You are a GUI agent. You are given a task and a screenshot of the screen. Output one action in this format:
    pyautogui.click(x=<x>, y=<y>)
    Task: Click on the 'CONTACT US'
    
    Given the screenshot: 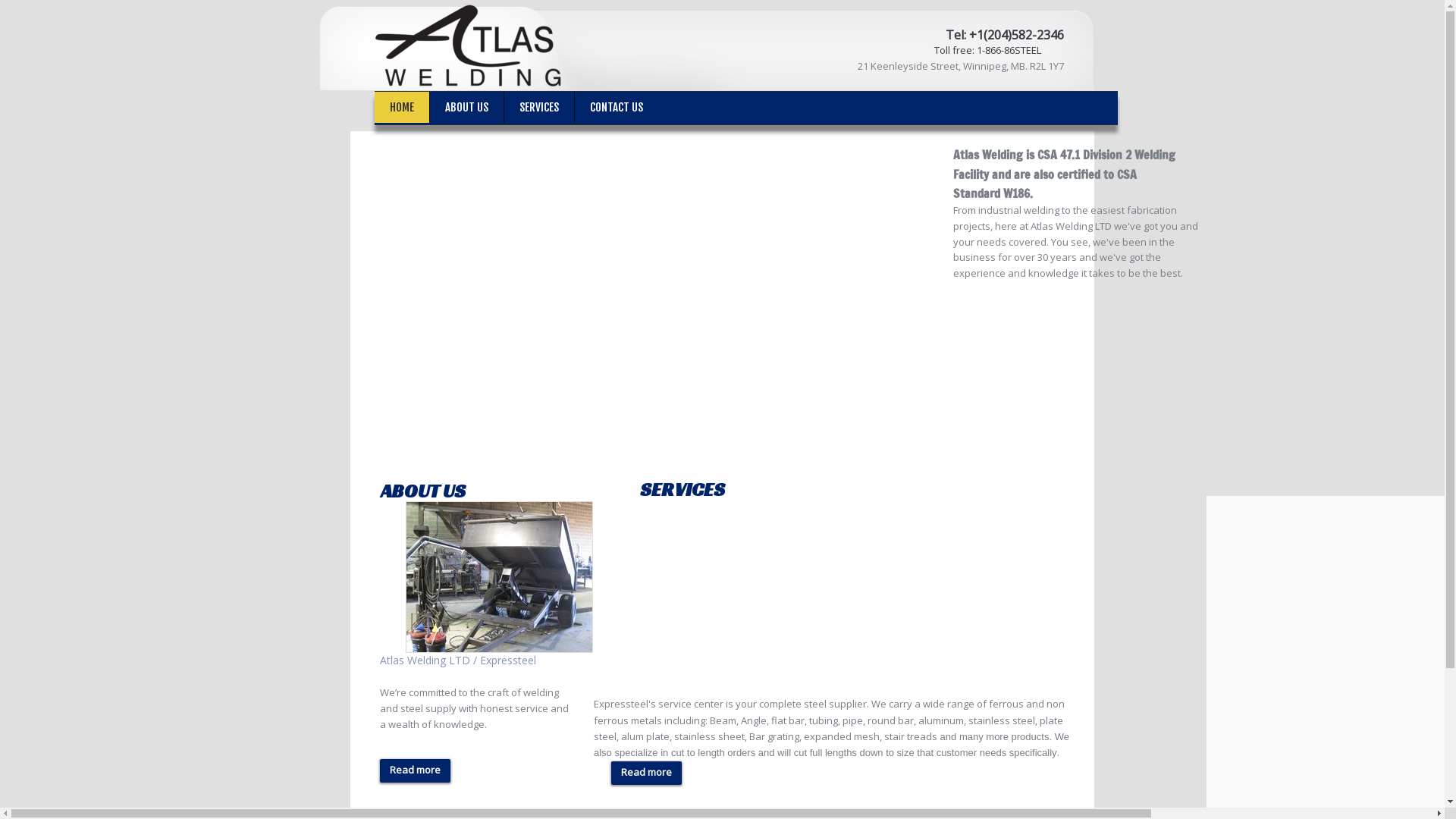 What is the action you would take?
    pyautogui.click(x=616, y=106)
    